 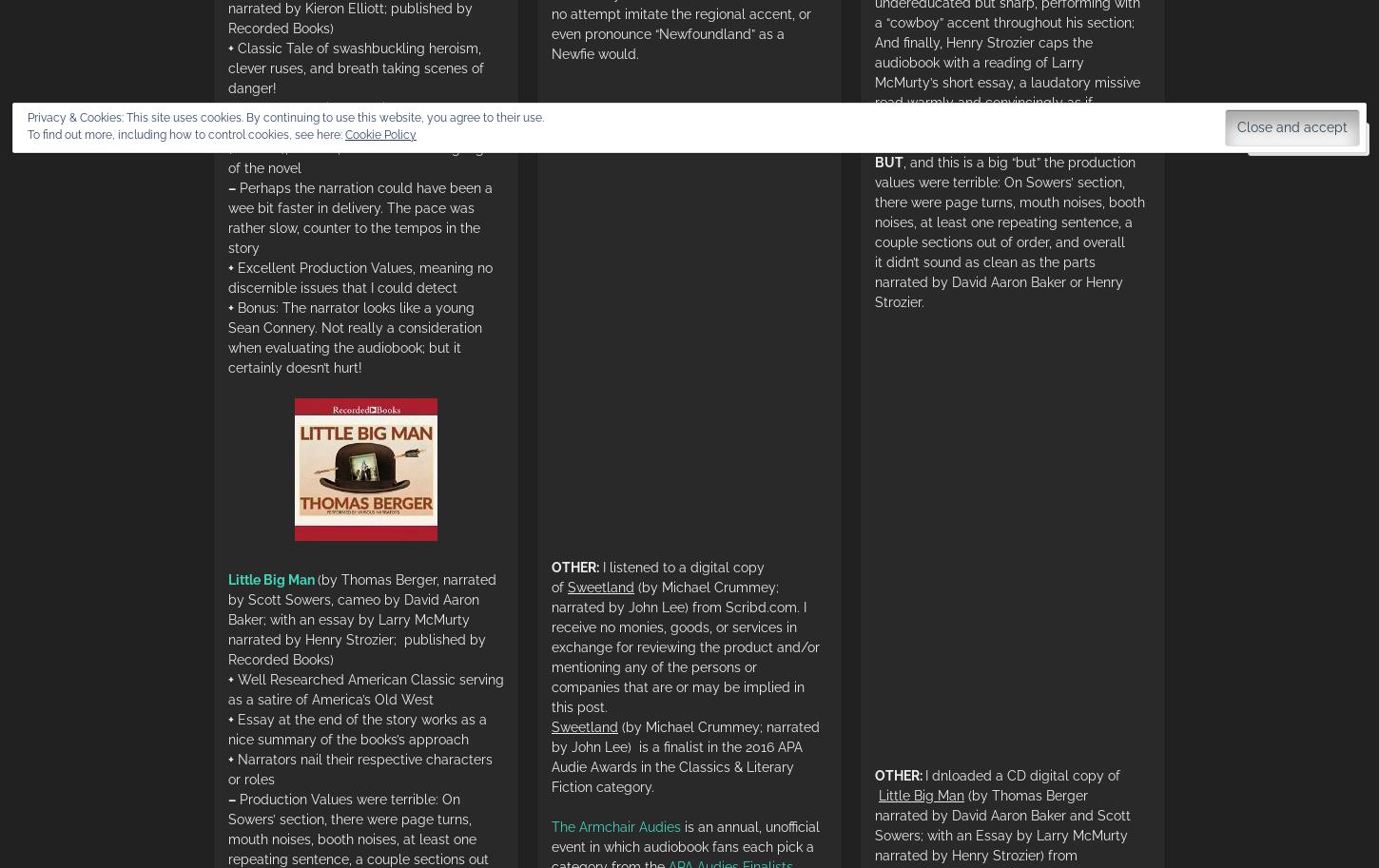 What do you see at coordinates (1009, 230) in the screenshot?
I see `', and this is a big “but” the production values were terrible: On Sowers’ section, there were page turns, mouth noises, booth noises, at least one repeating sentence, a couple sections out of order, and overall it didn’t sound as clean as the parts narrated by David Aaron Baker or Henry Strozier.'` at bounding box center [1009, 230].